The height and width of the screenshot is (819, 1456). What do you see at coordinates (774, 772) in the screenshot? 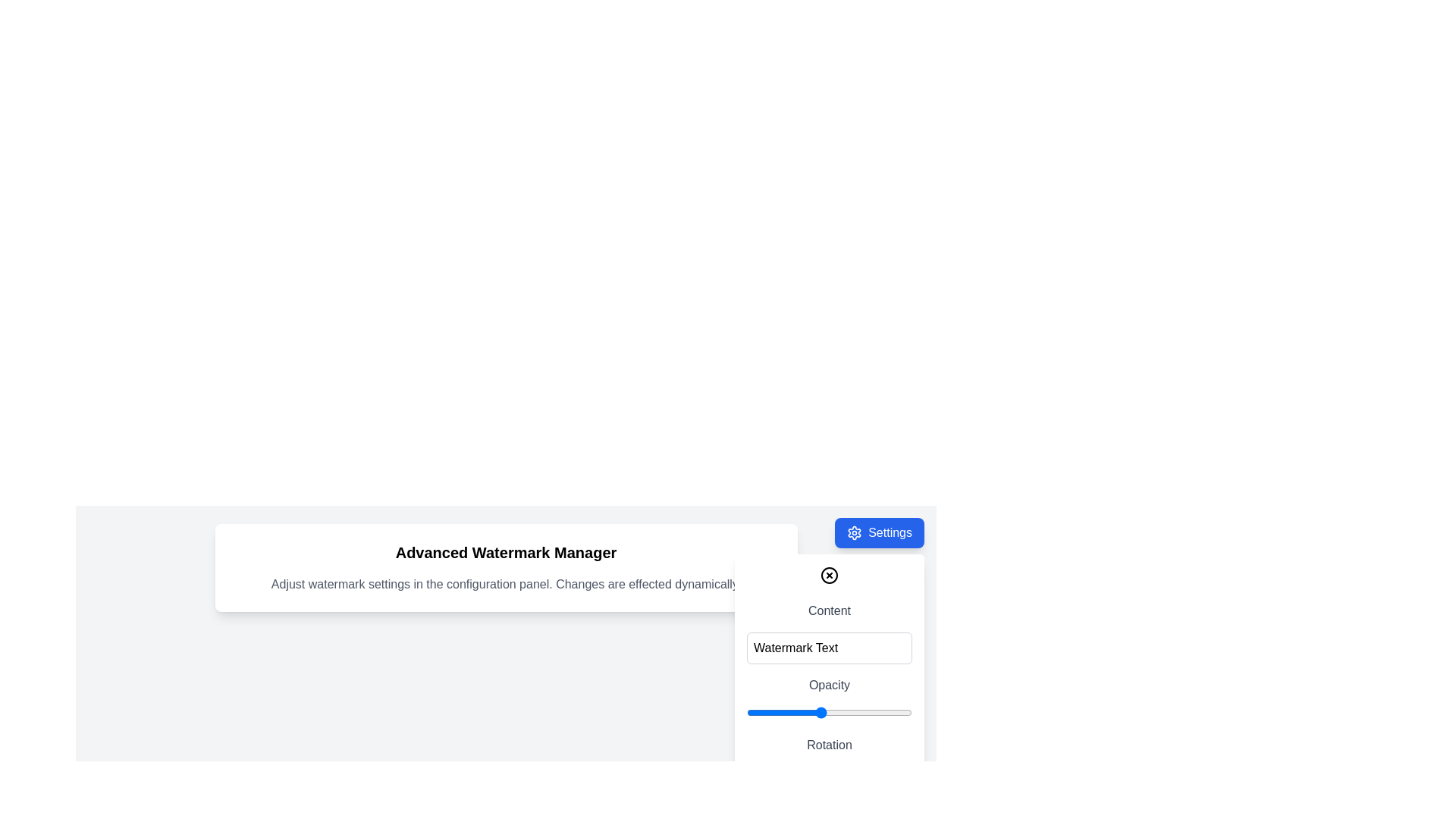
I see `rotation angle` at bounding box center [774, 772].